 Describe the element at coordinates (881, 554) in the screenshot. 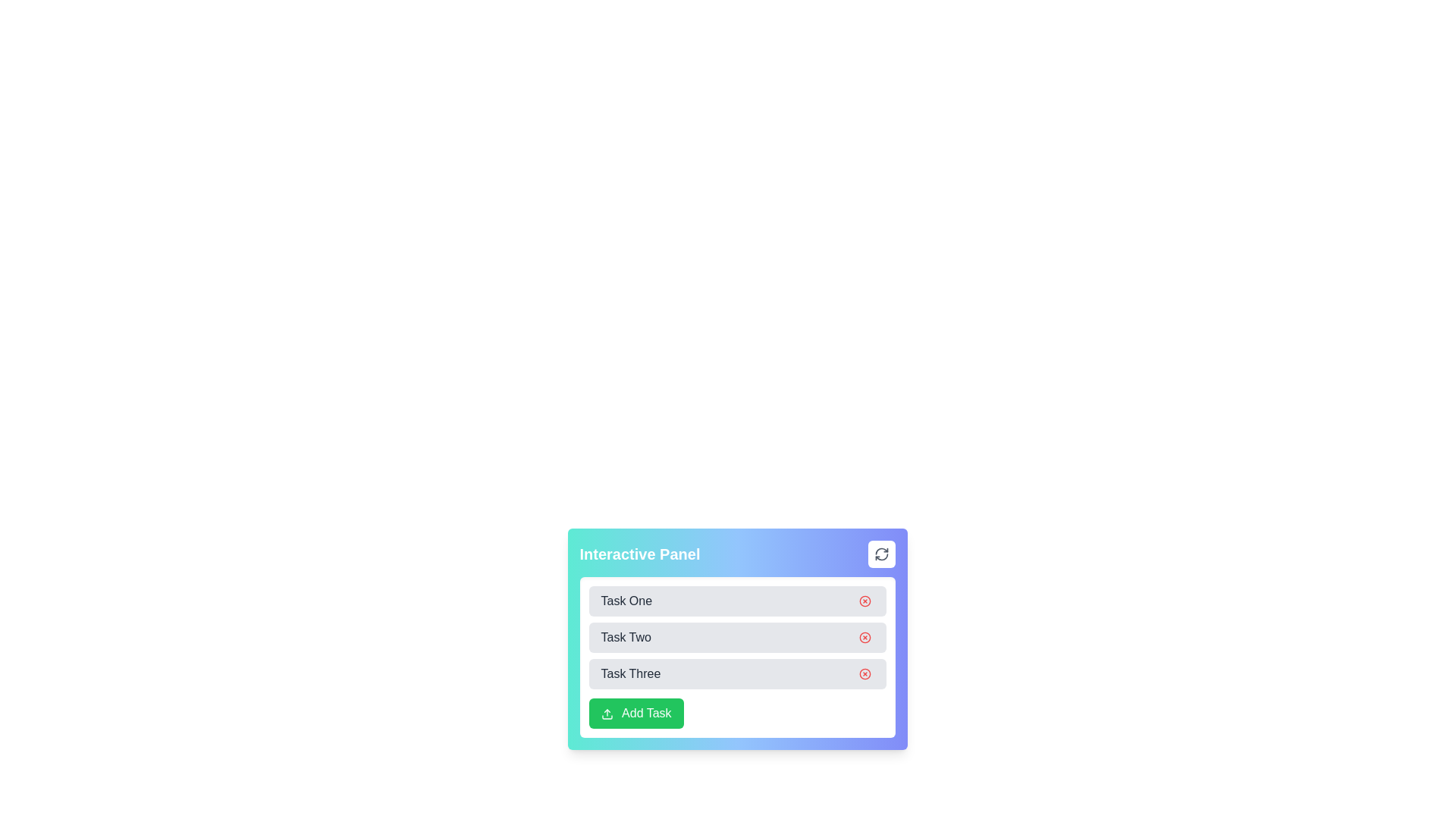

I see `the refresh button located in the top-right corner of the 'Interactive Panel'` at that location.